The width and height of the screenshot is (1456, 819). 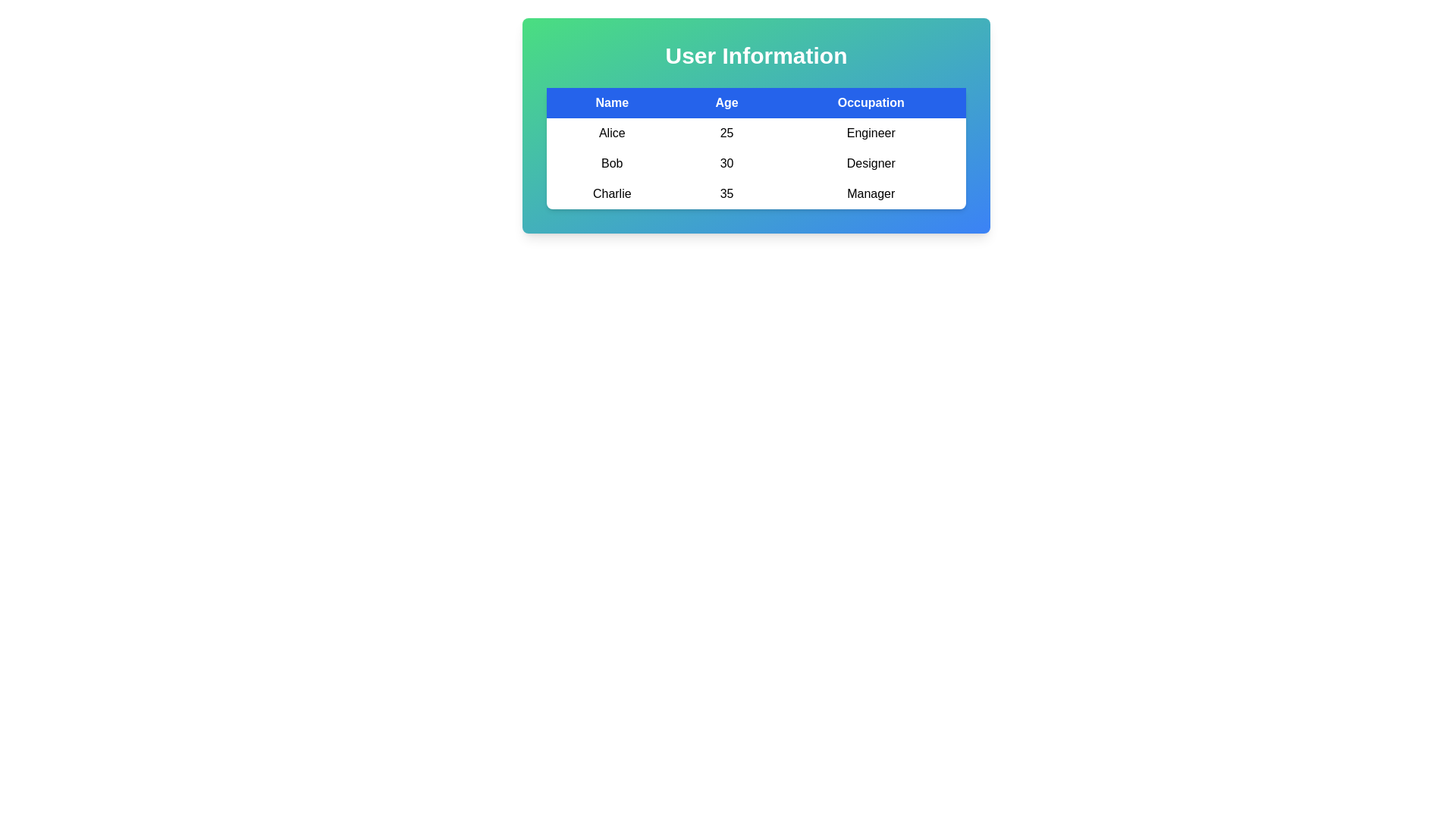 What do you see at coordinates (871, 164) in the screenshot?
I see `the text label displaying 'Designer' in black text, which is located in the 'Occupation' column of the second row in the table under 'User Information'` at bounding box center [871, 164].